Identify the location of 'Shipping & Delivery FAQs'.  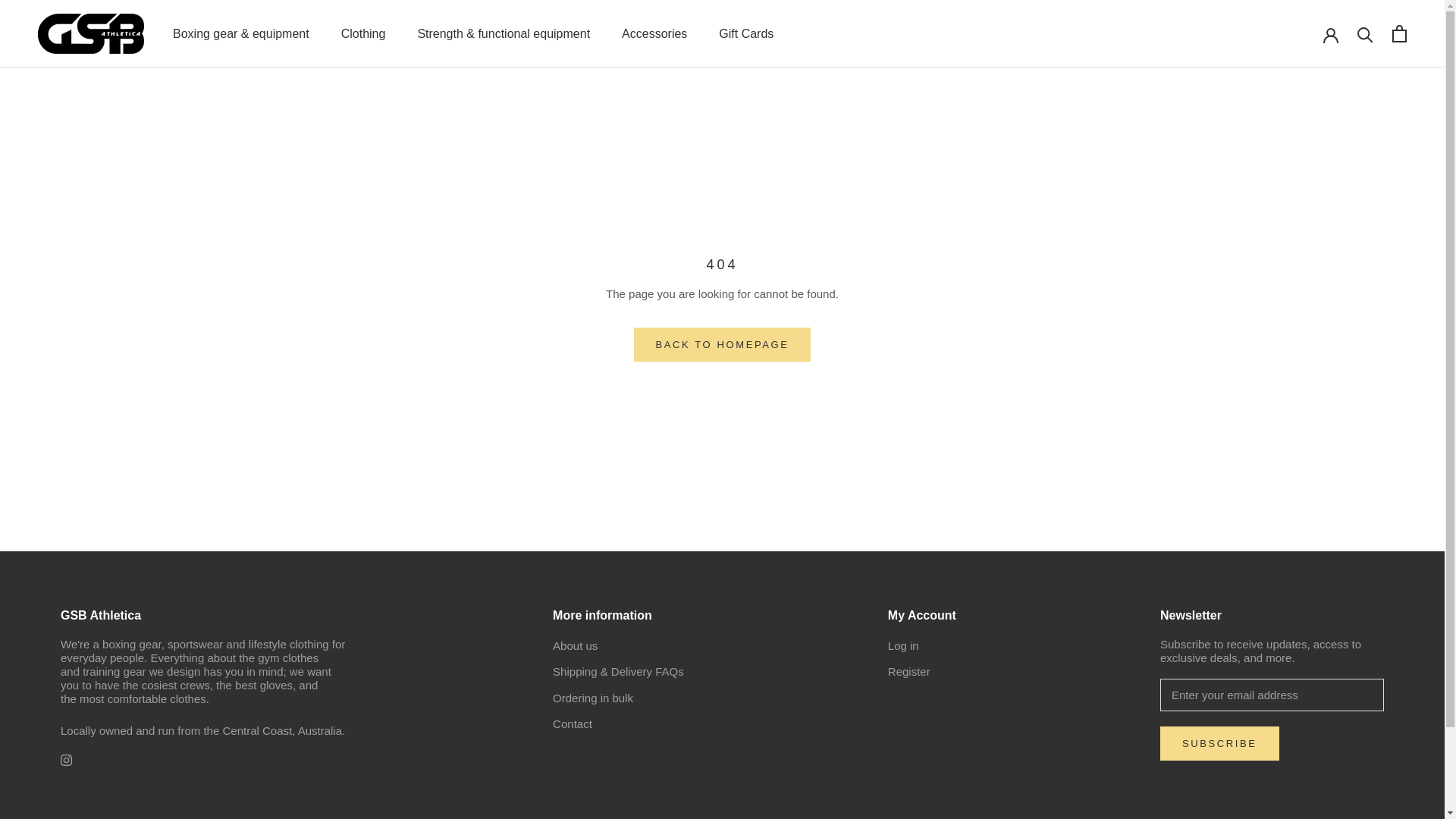
(618, 671).